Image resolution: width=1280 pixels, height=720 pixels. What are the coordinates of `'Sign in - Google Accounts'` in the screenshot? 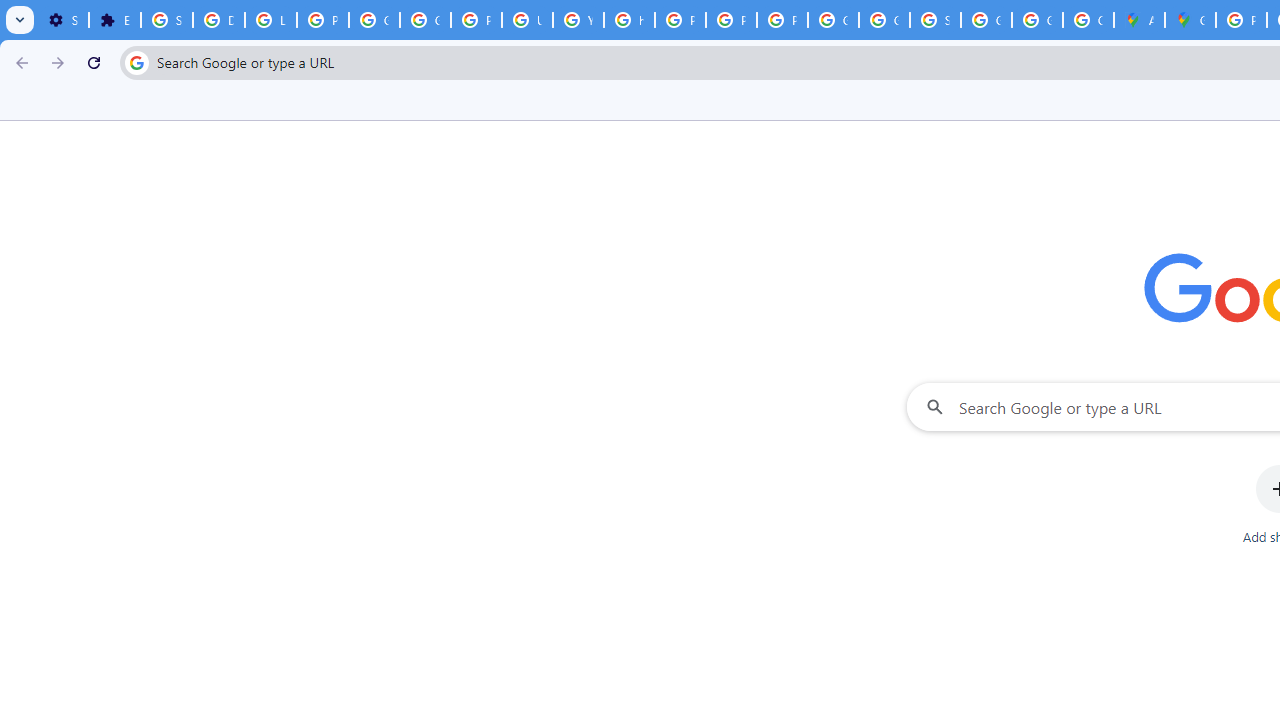 It's located at (167, 20).